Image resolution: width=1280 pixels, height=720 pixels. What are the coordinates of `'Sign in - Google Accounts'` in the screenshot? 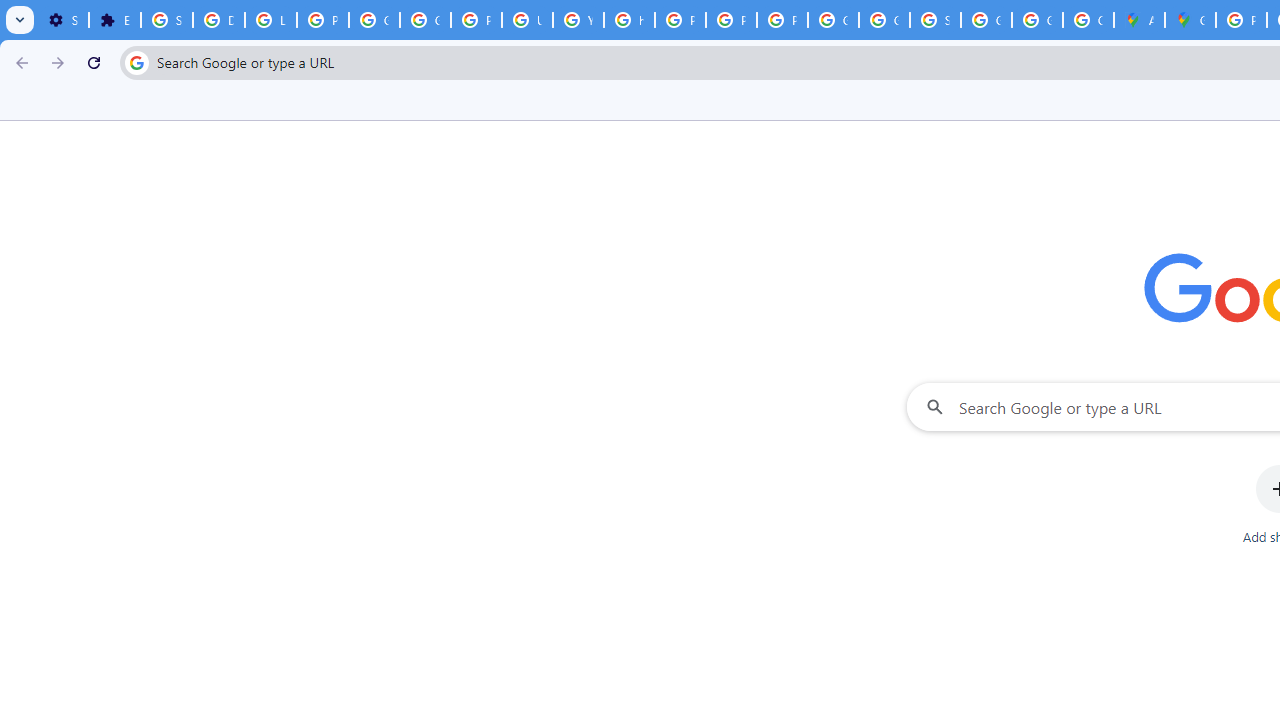 It's located at (167, 20).